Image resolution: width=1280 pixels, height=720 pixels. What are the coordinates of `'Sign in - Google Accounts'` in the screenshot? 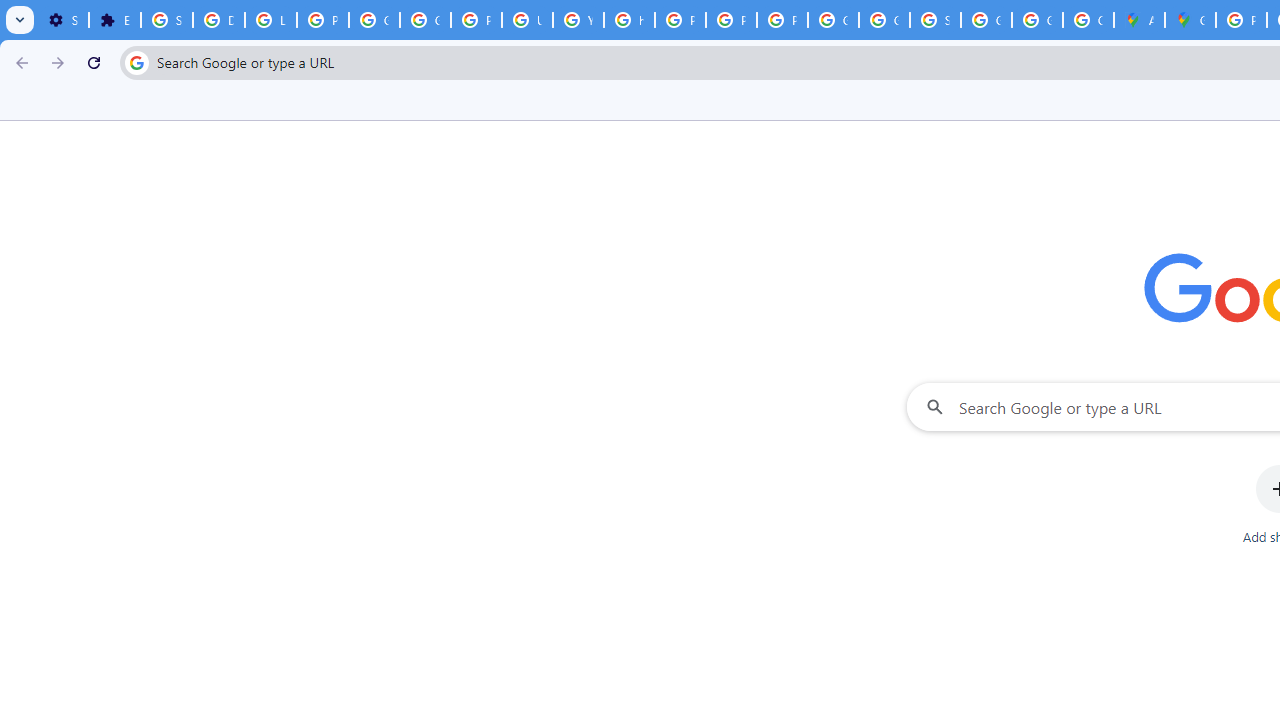 It's located at (167, 20).